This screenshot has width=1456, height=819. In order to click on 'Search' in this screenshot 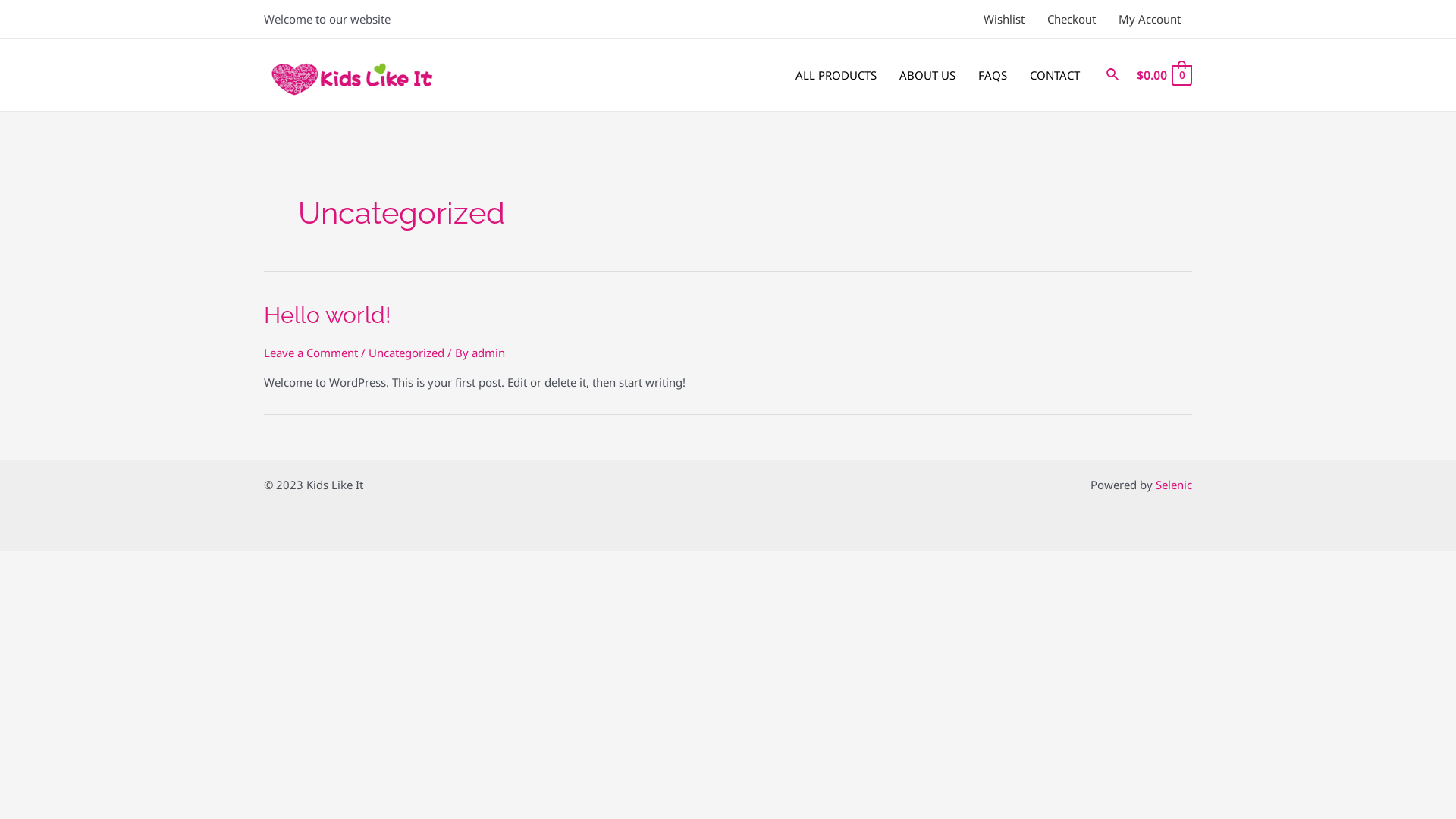, I will do `click(1113, 75)`.